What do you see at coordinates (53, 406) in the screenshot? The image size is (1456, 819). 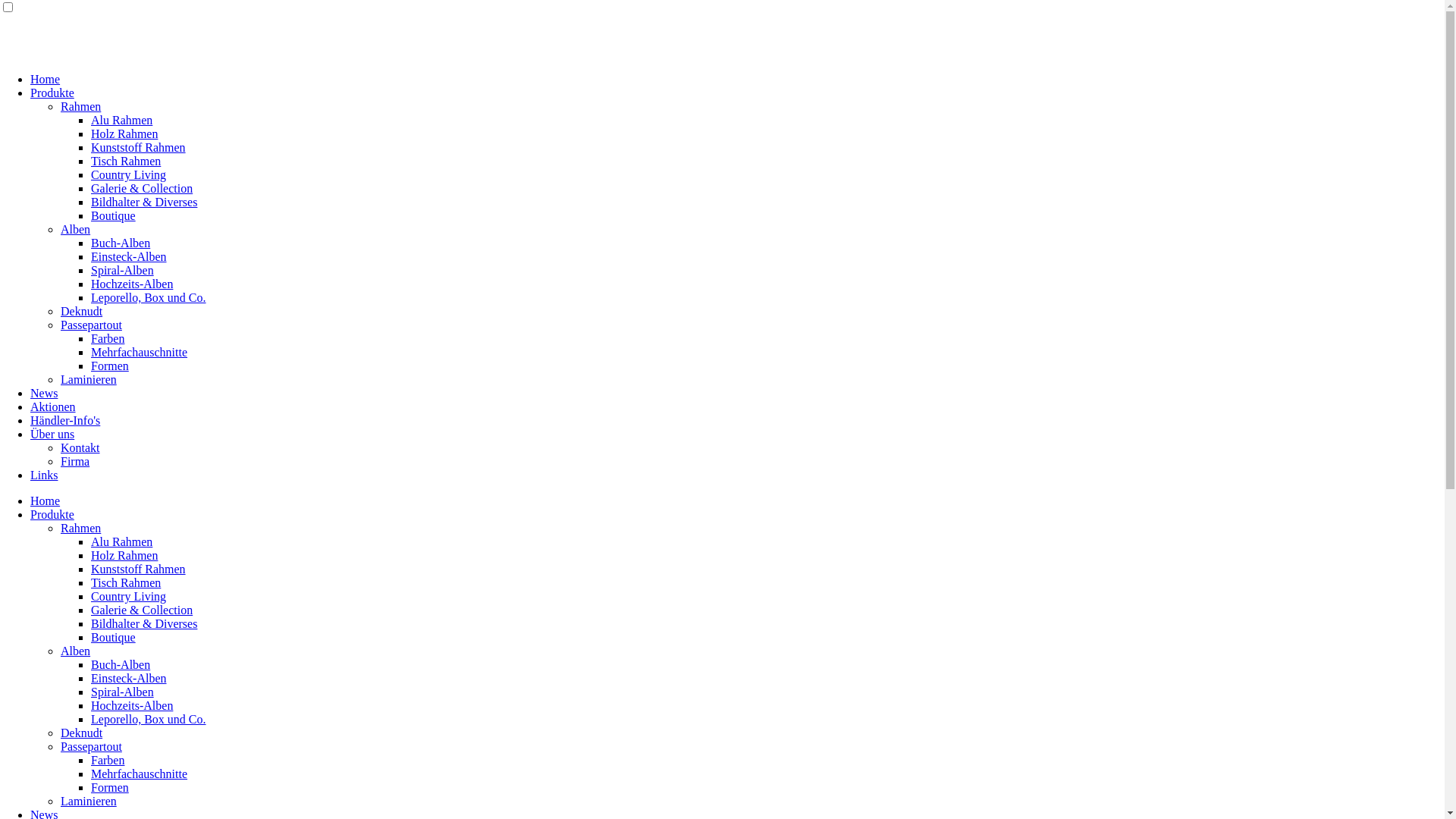 I see `'Aktionen'` at bounding box center [53, 406].